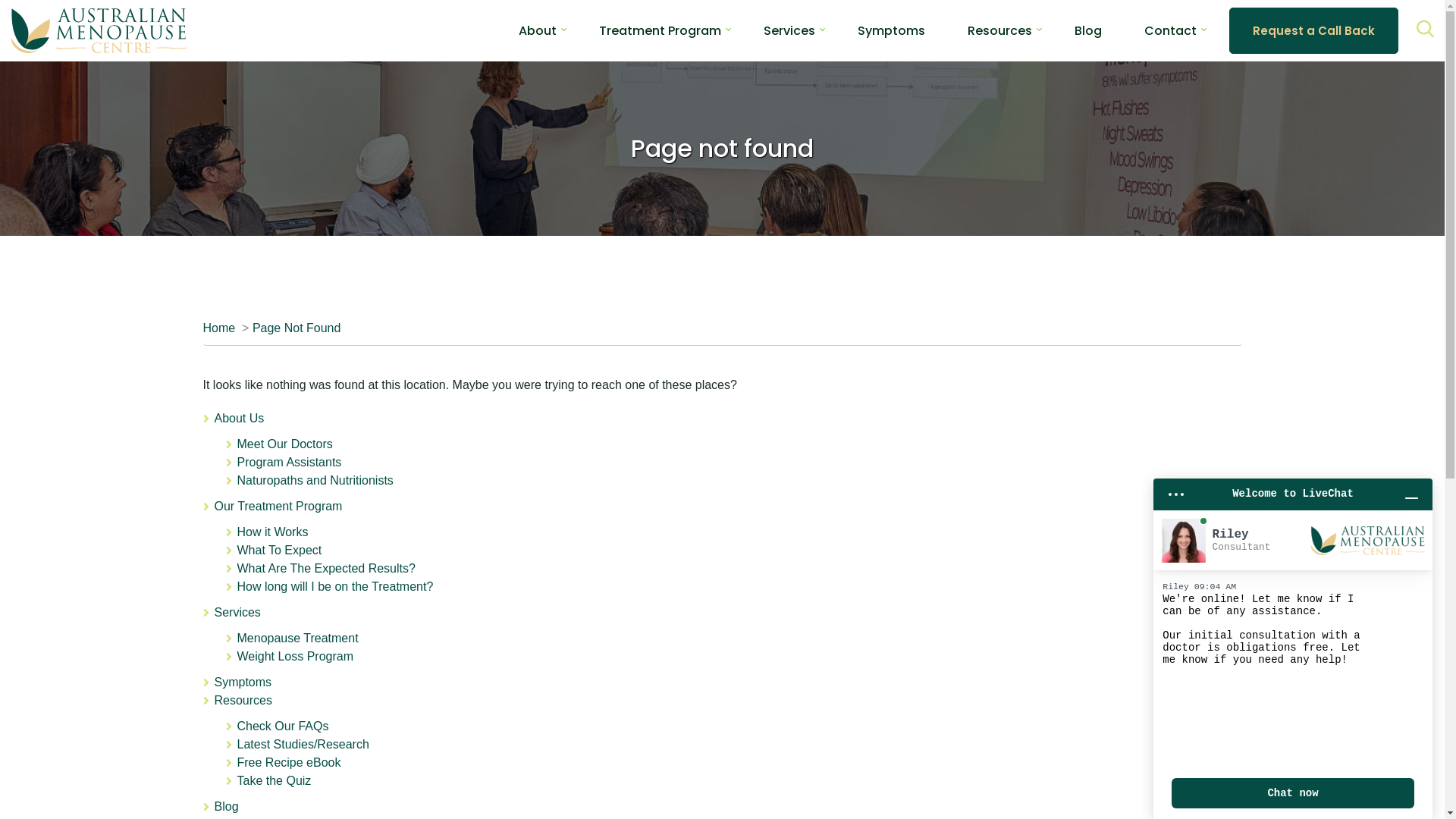 The image size is (1456, 819). I want to click on 'Resources', so click(999, 30).